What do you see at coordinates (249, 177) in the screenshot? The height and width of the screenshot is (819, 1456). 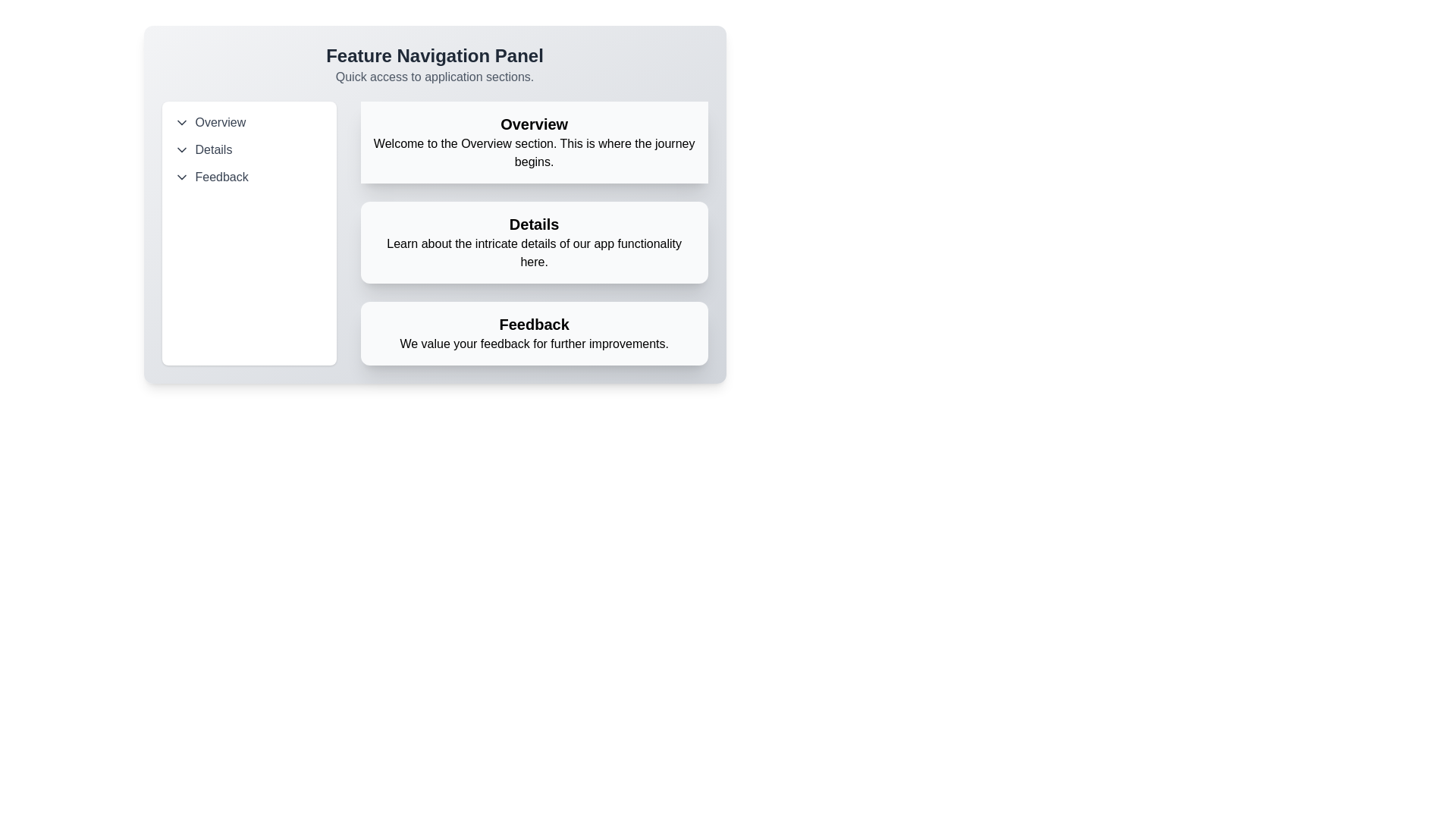 I see `the third item in the vertical navigation menu` at bounding box center [249, 177].